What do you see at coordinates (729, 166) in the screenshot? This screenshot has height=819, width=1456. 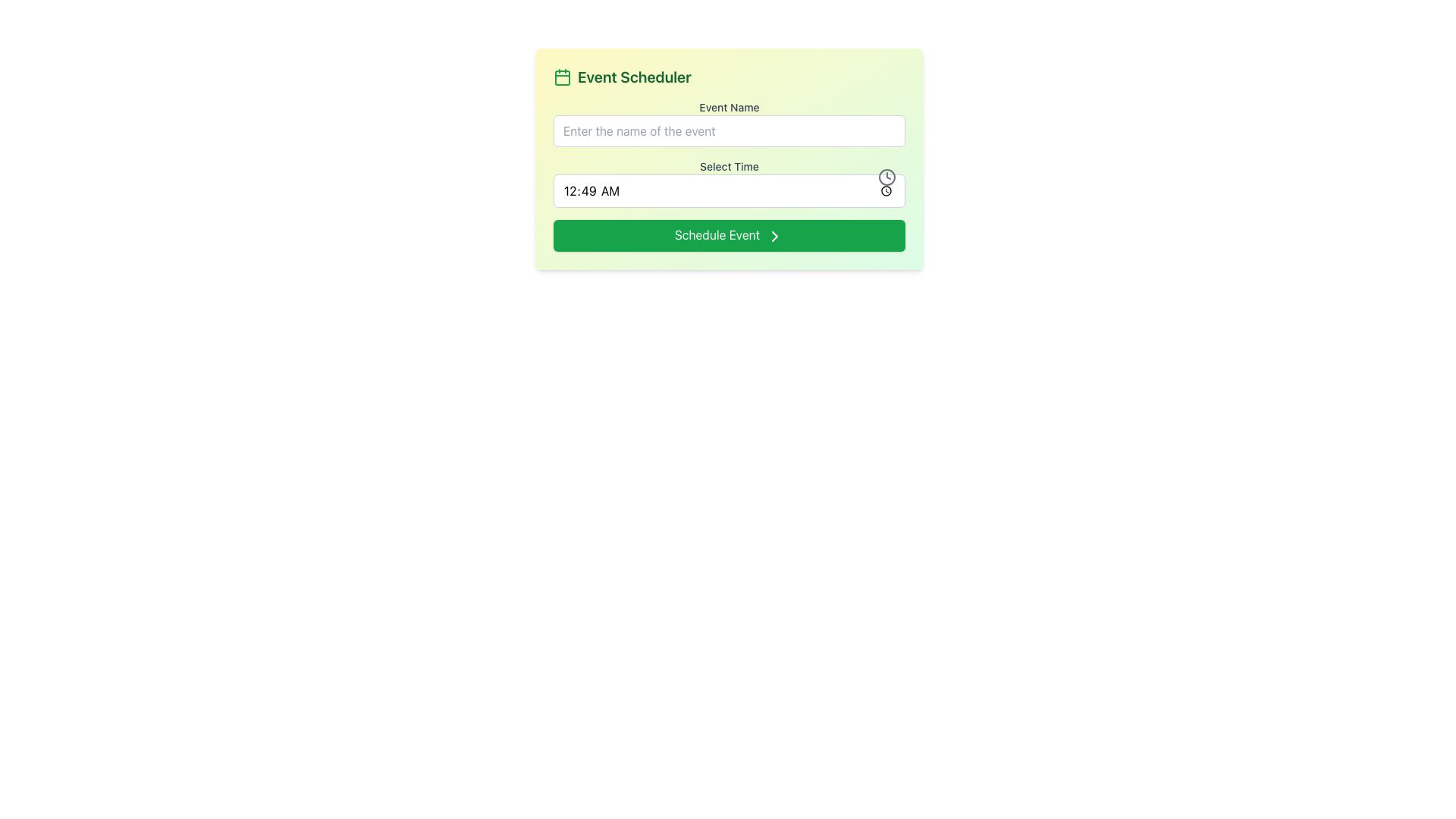 I see `the text label that displays the instruction 'Select Time', which is centrally aligned and located near the top-middle of the card-like section in the interface` at bounding box center [729, 166].